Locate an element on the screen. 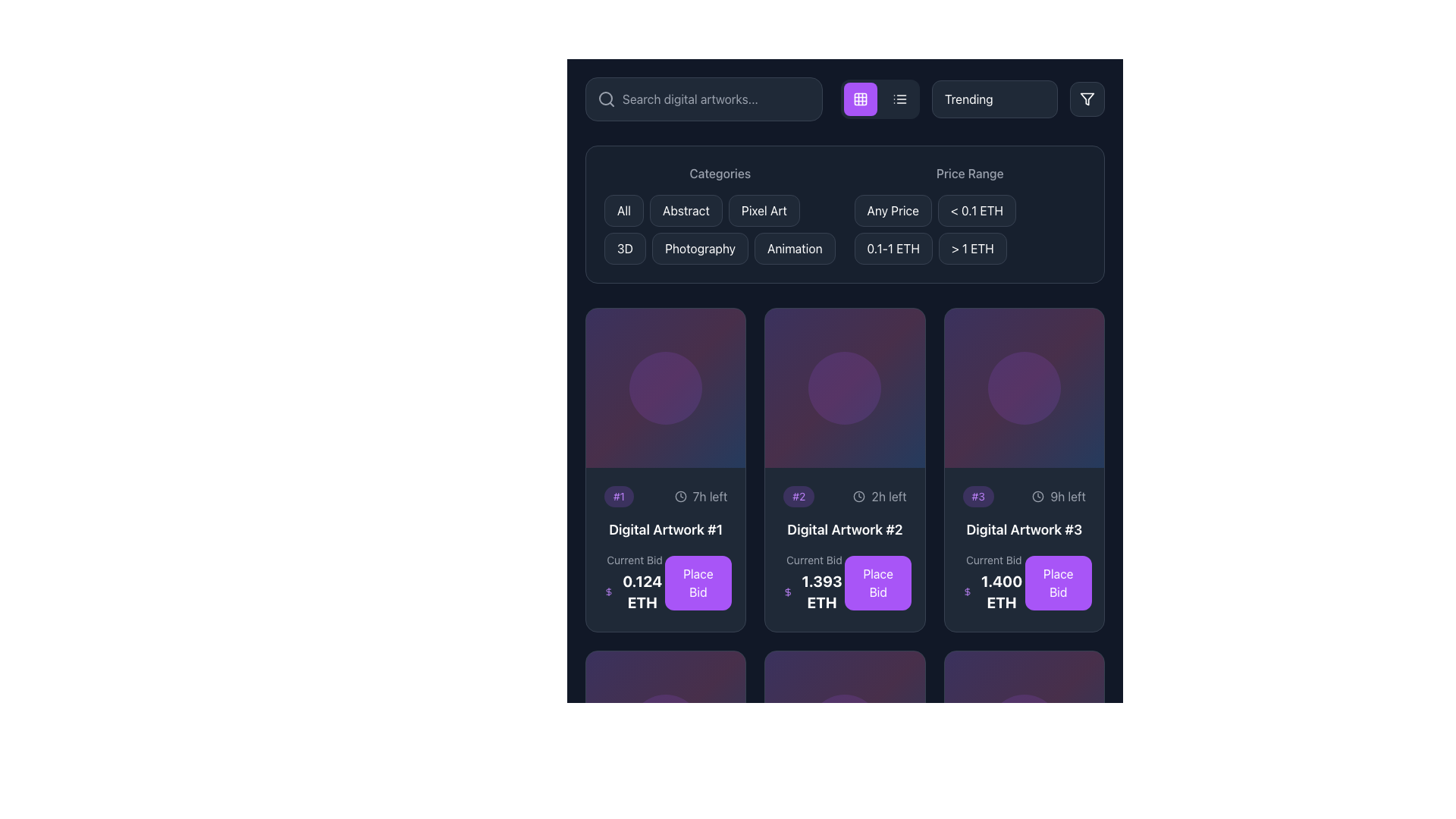 The image size is (1456, 819). the text badge displaying '#3' with a purple theme, located in the upper-left area of the third card in a grid of digital artworks is located at coordinates (978, 497).